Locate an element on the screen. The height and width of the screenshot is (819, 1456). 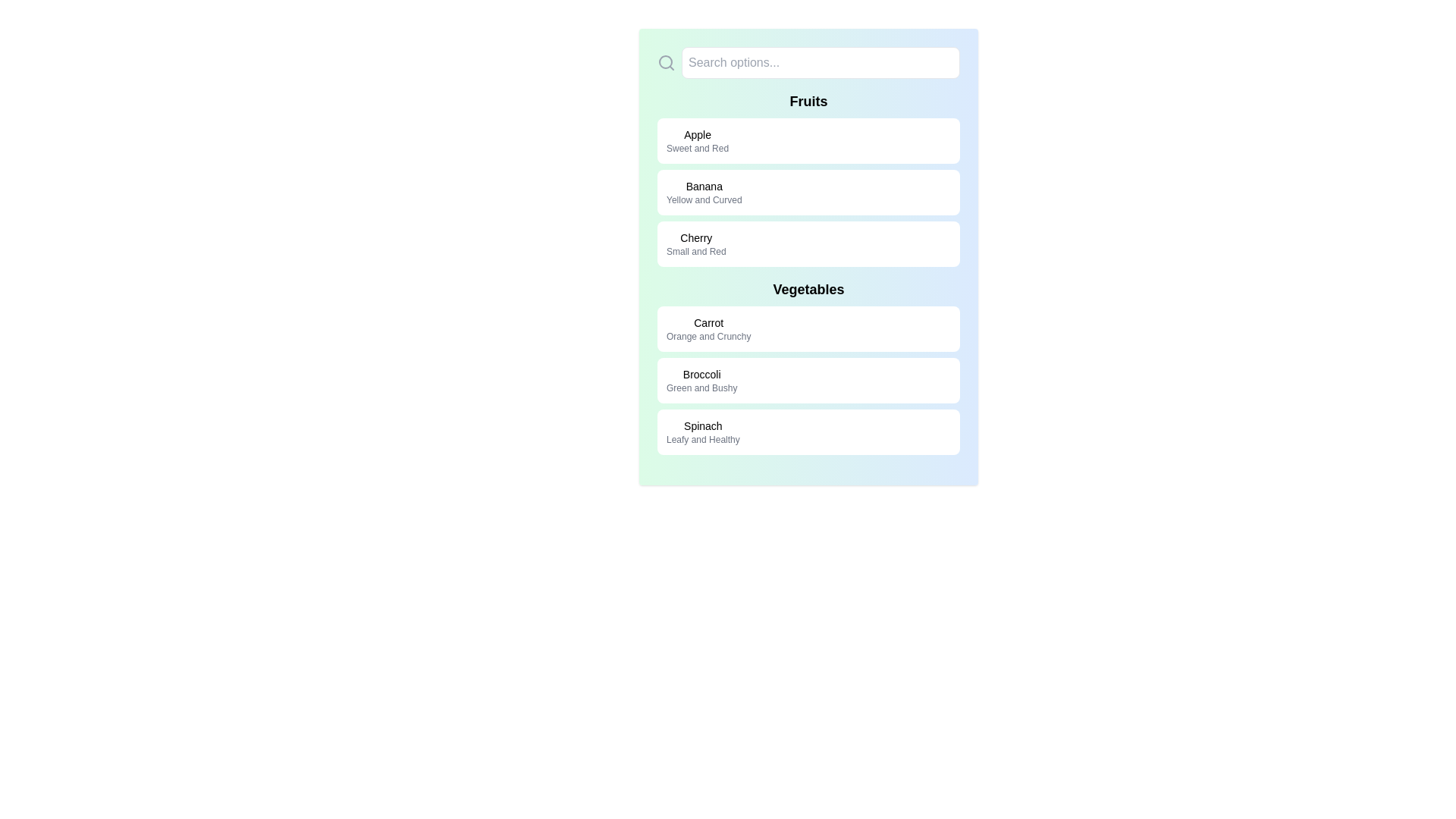
the Text Display showing 'Broccoli' with the description 'Green and Bushy' located in the third card under the 'Vegetables' category is located at coordinates (701, 379).